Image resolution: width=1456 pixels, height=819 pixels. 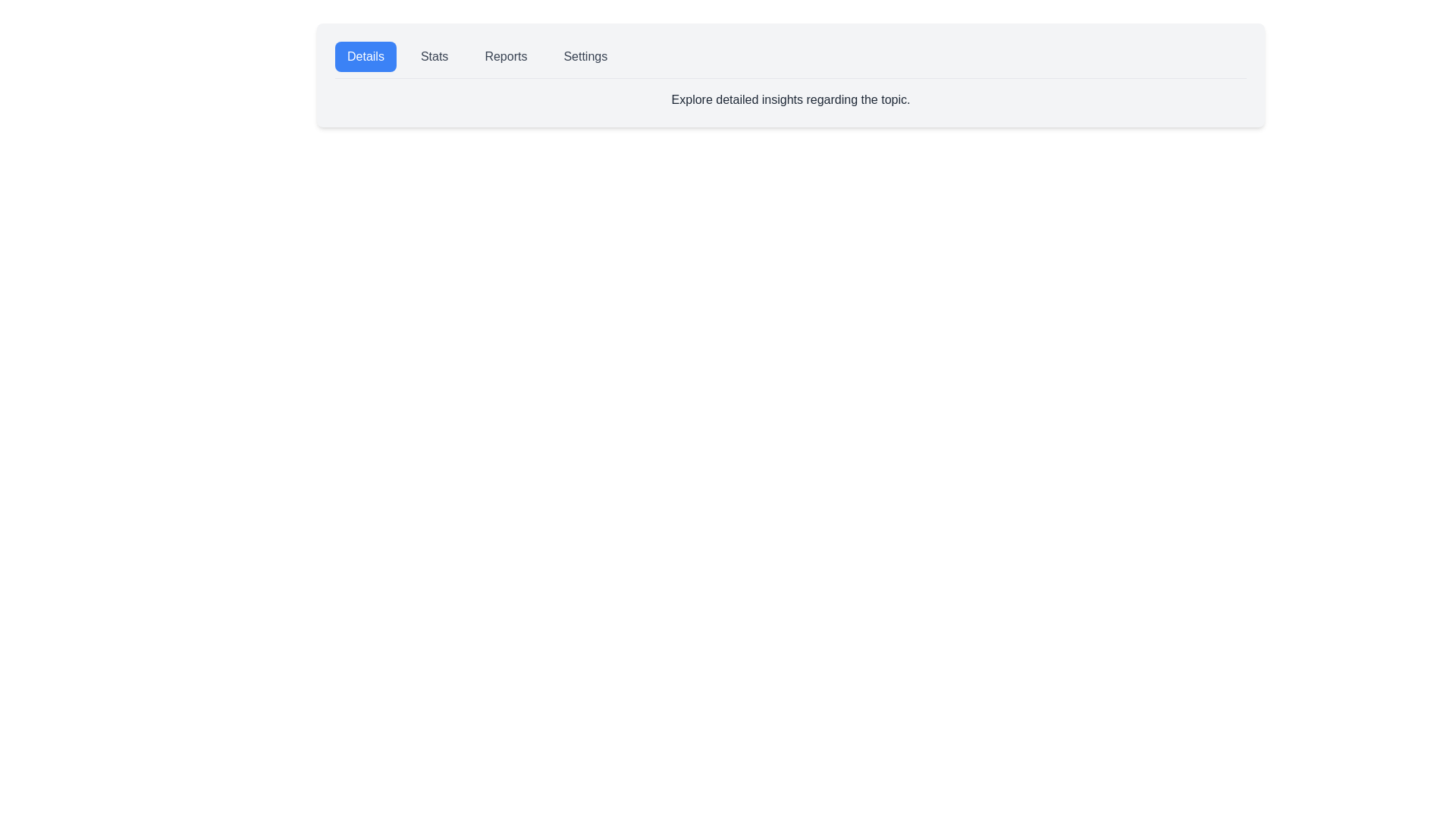 I want to click on the Reports tab, so click(x=506, y=55).